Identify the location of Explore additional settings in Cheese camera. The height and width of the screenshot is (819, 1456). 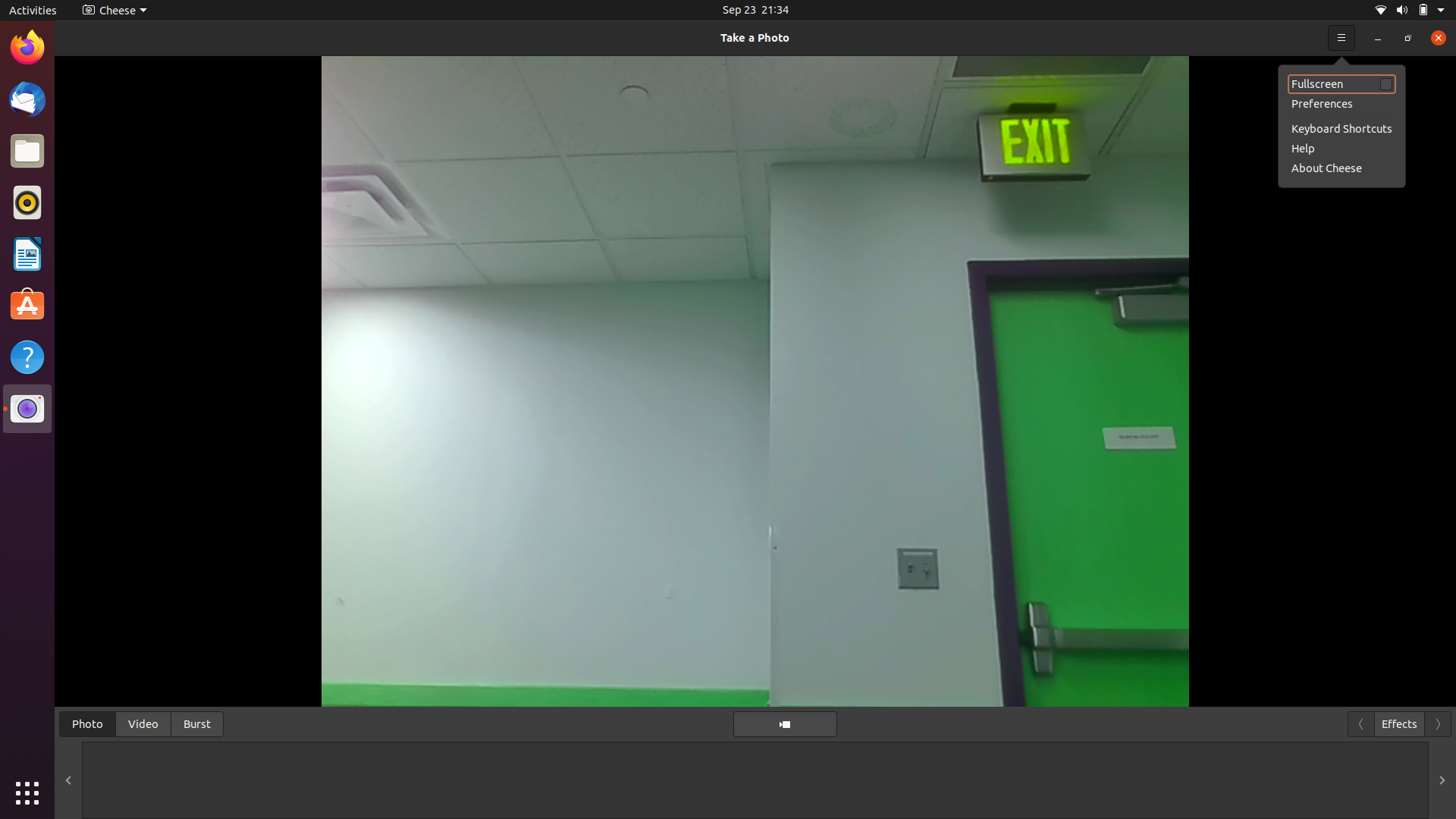
(111, 9).